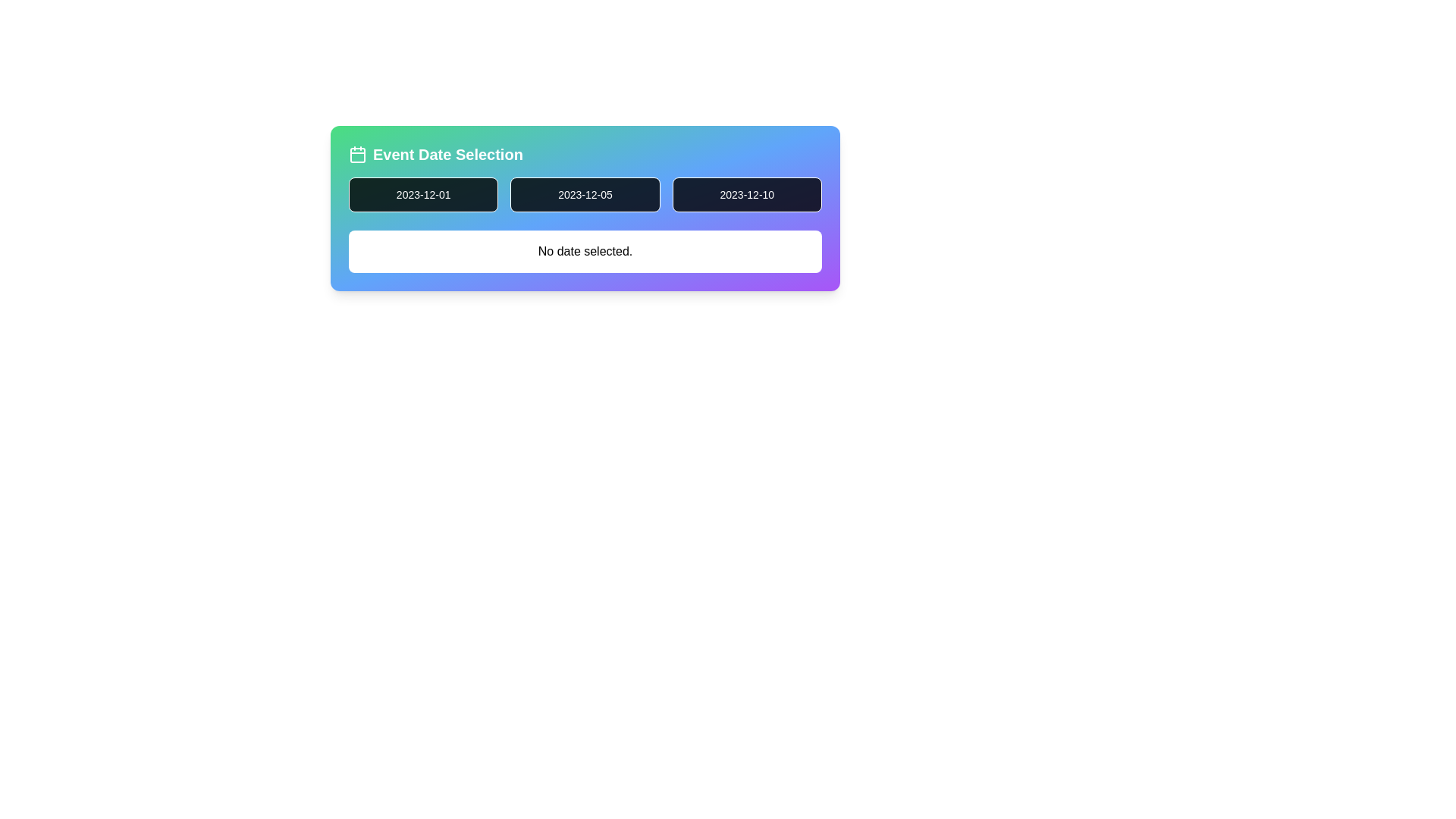 The image size is (1456, 819). What do you see at coordinates (747, 194) in the screenshot?
I see `the button displaying '2023-12-10' with a dark background` at bounding box center [747, 194].